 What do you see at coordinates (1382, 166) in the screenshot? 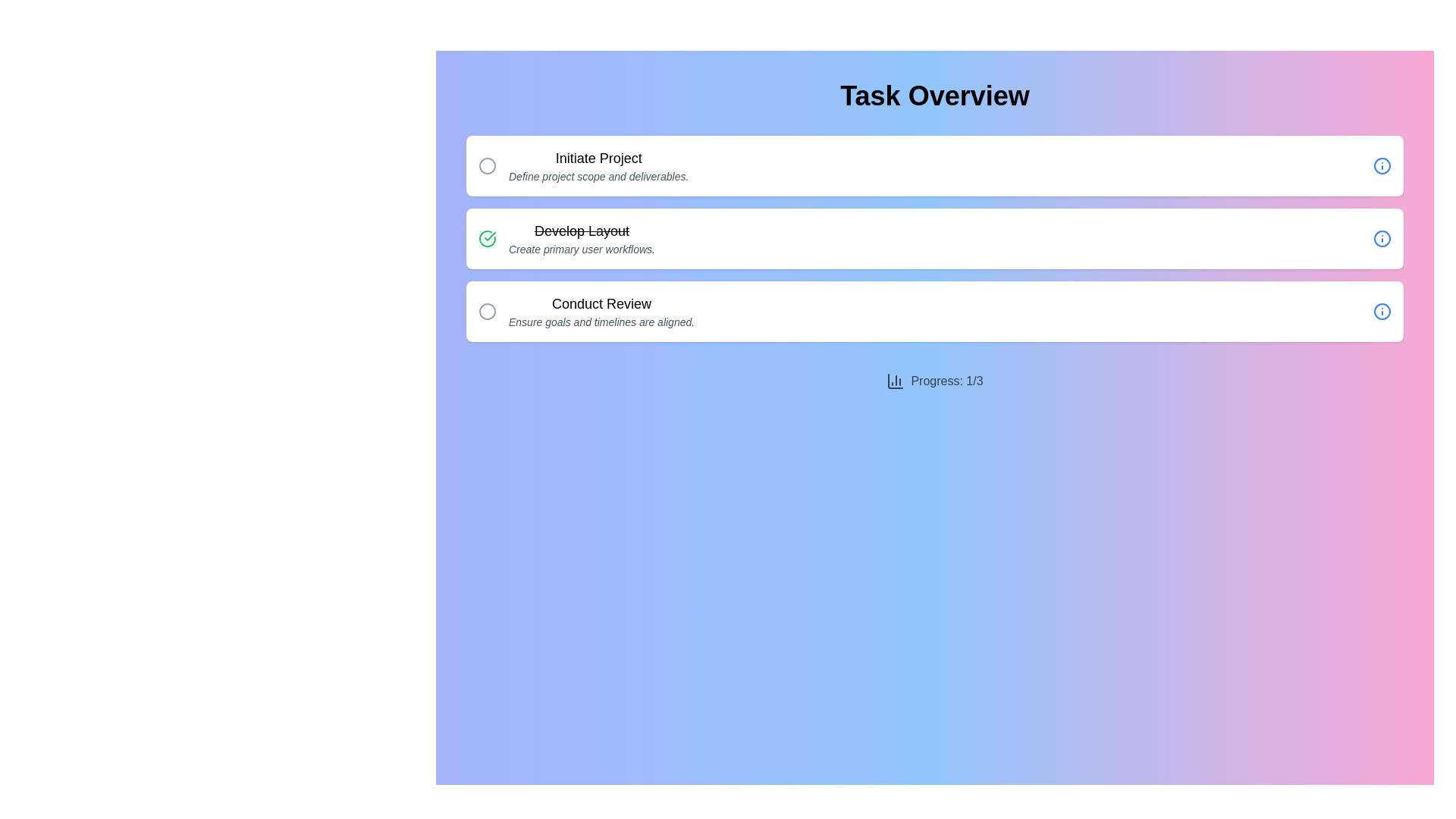
I see `the info icon of the task titled 'Initiate Project'` at bounding box center [1382, 166].